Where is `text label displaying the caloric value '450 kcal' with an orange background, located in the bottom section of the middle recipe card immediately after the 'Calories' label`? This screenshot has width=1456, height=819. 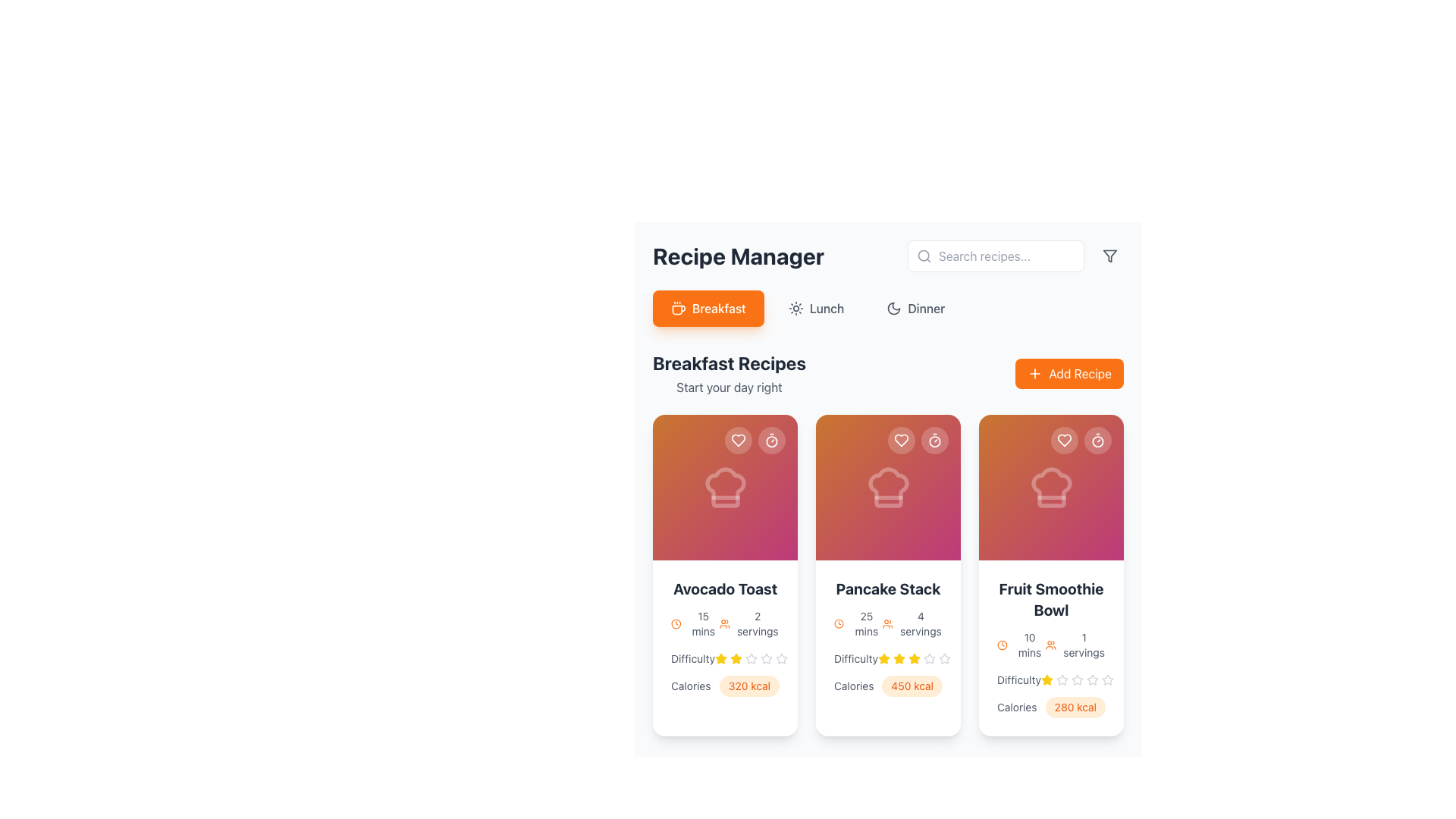 text label displaying the caloric value '450 kcal' with an orange background, located in the bottom section of the middle recipe card immediately after the 'Calories' label is located at coordinates (888, 673).